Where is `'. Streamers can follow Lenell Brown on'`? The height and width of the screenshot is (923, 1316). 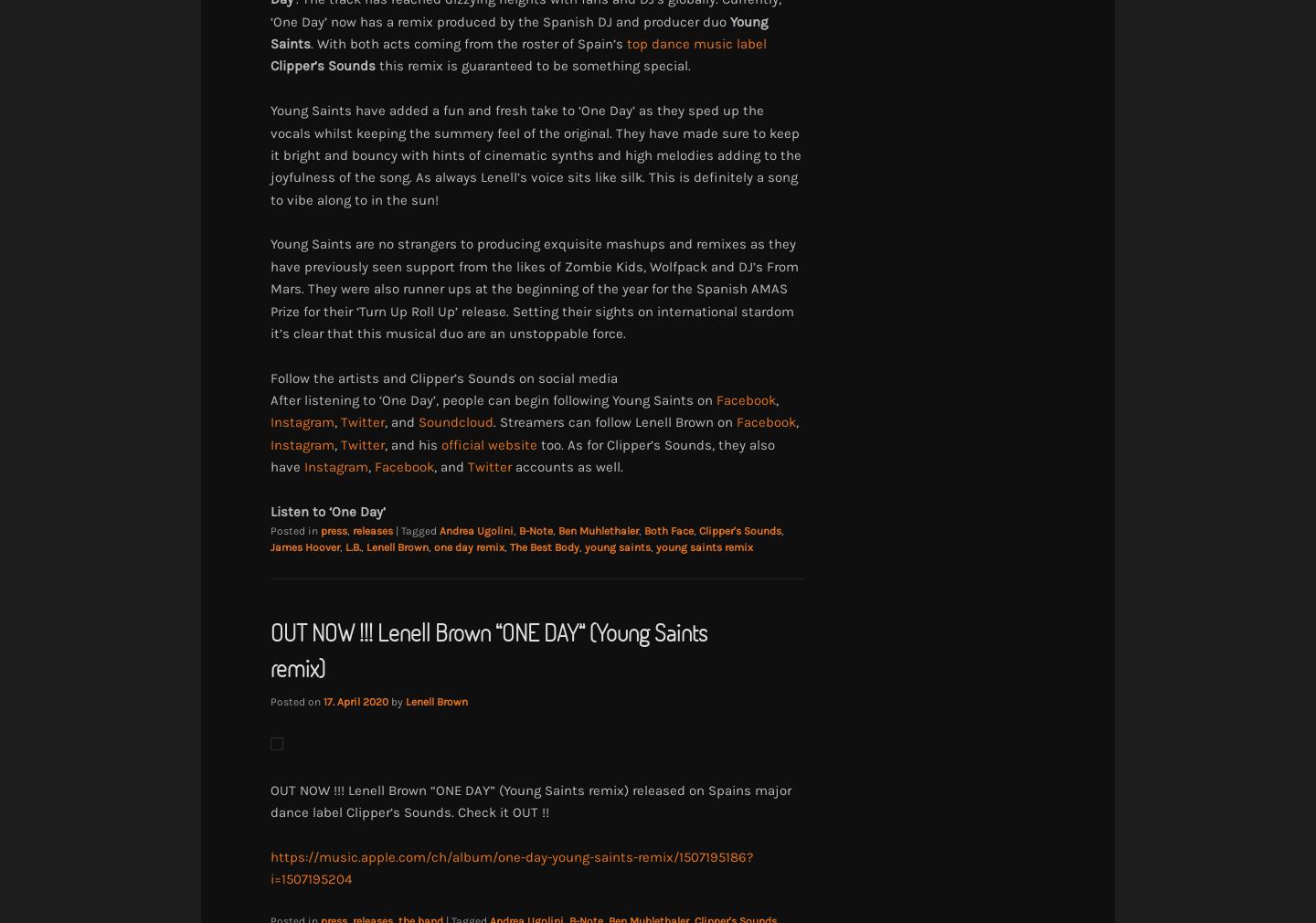 '. Streamers can follow Lenell Brown on' is located at coordinates (615, 421).